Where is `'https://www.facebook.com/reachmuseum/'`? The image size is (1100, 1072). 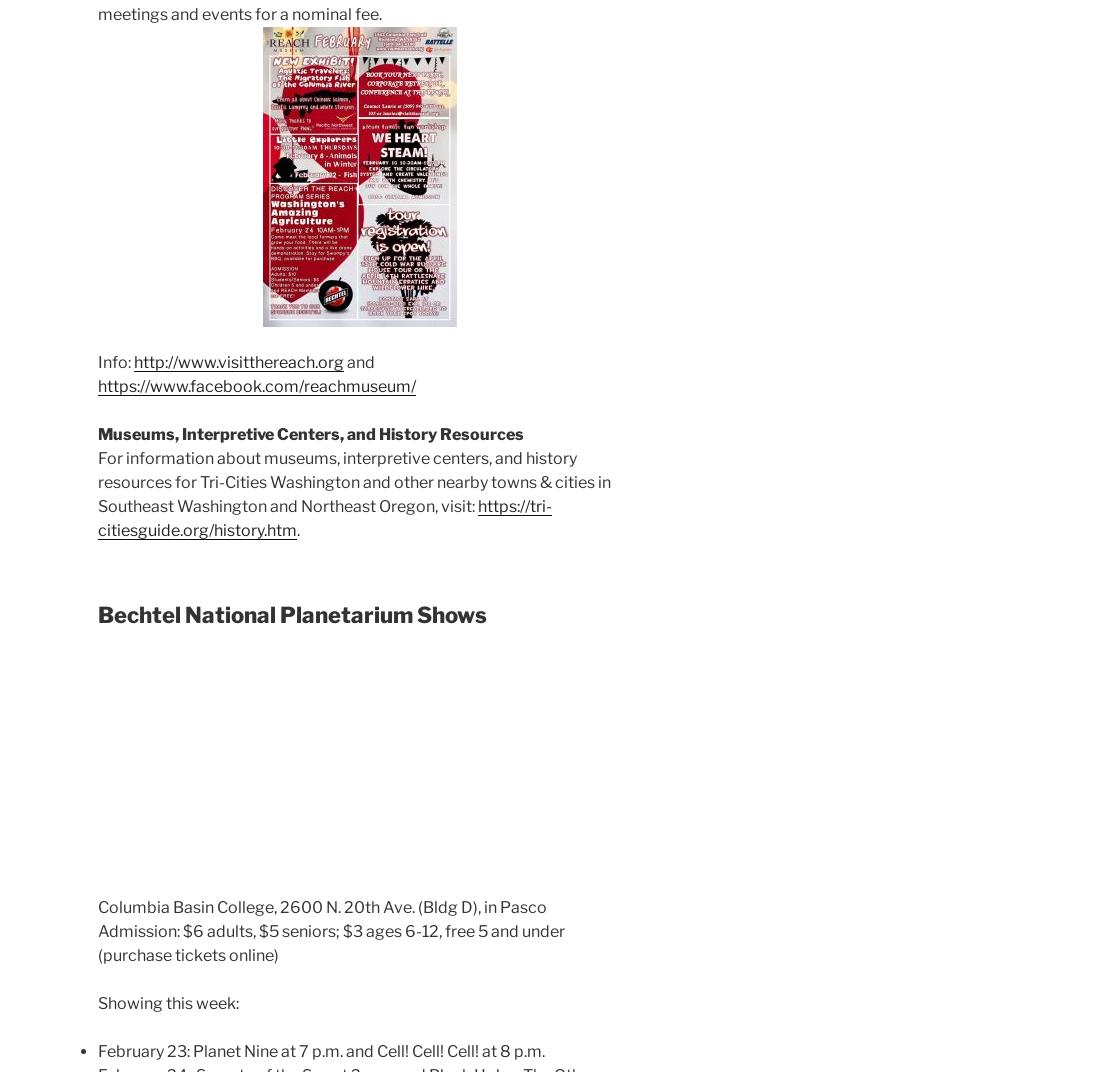 'https://www.facebook.com/reachmuseum/' is located at coordinates (256, 386).